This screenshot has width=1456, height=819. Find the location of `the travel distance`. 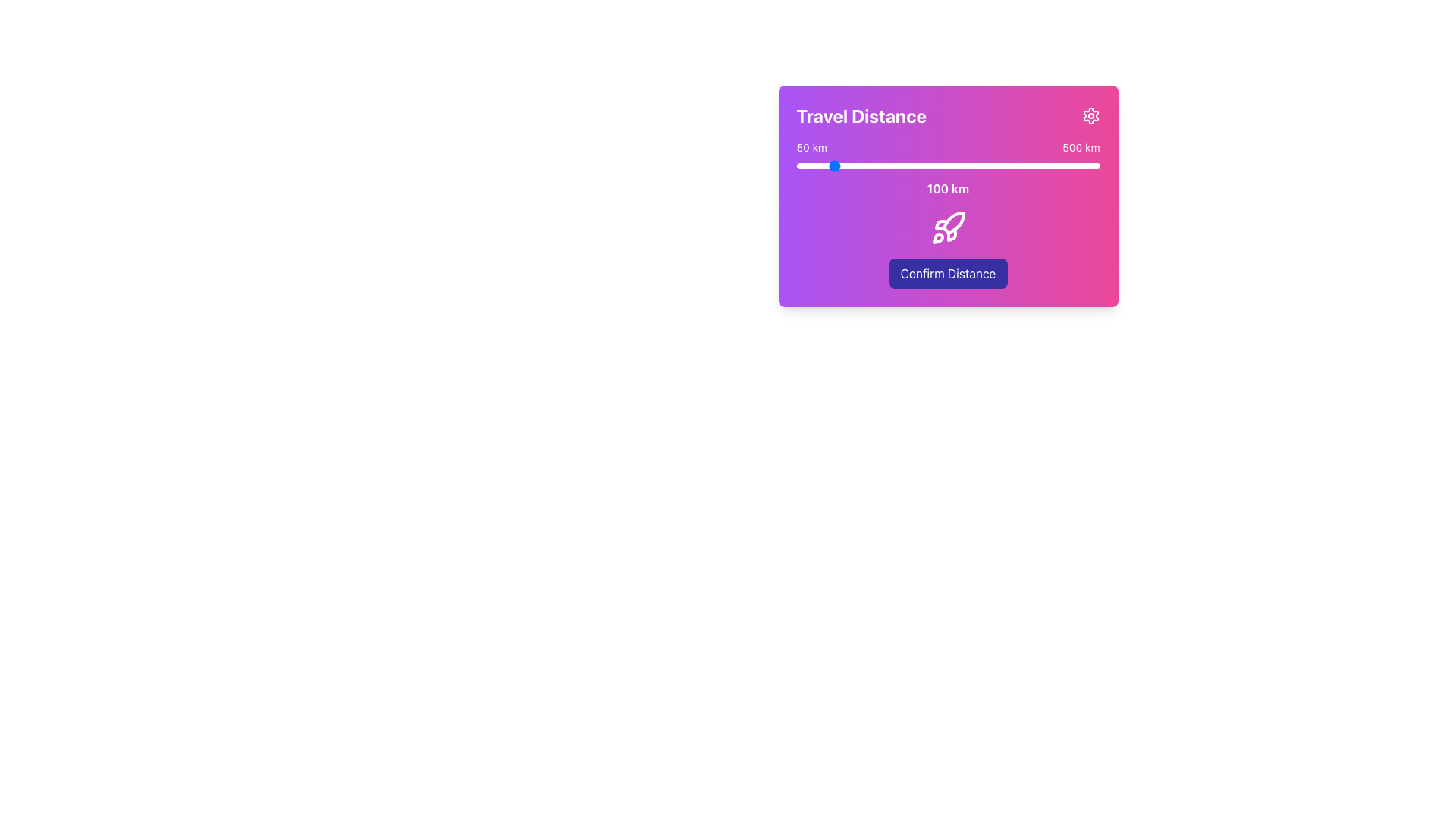

the travel distance is located at coordinates (1057, 166).